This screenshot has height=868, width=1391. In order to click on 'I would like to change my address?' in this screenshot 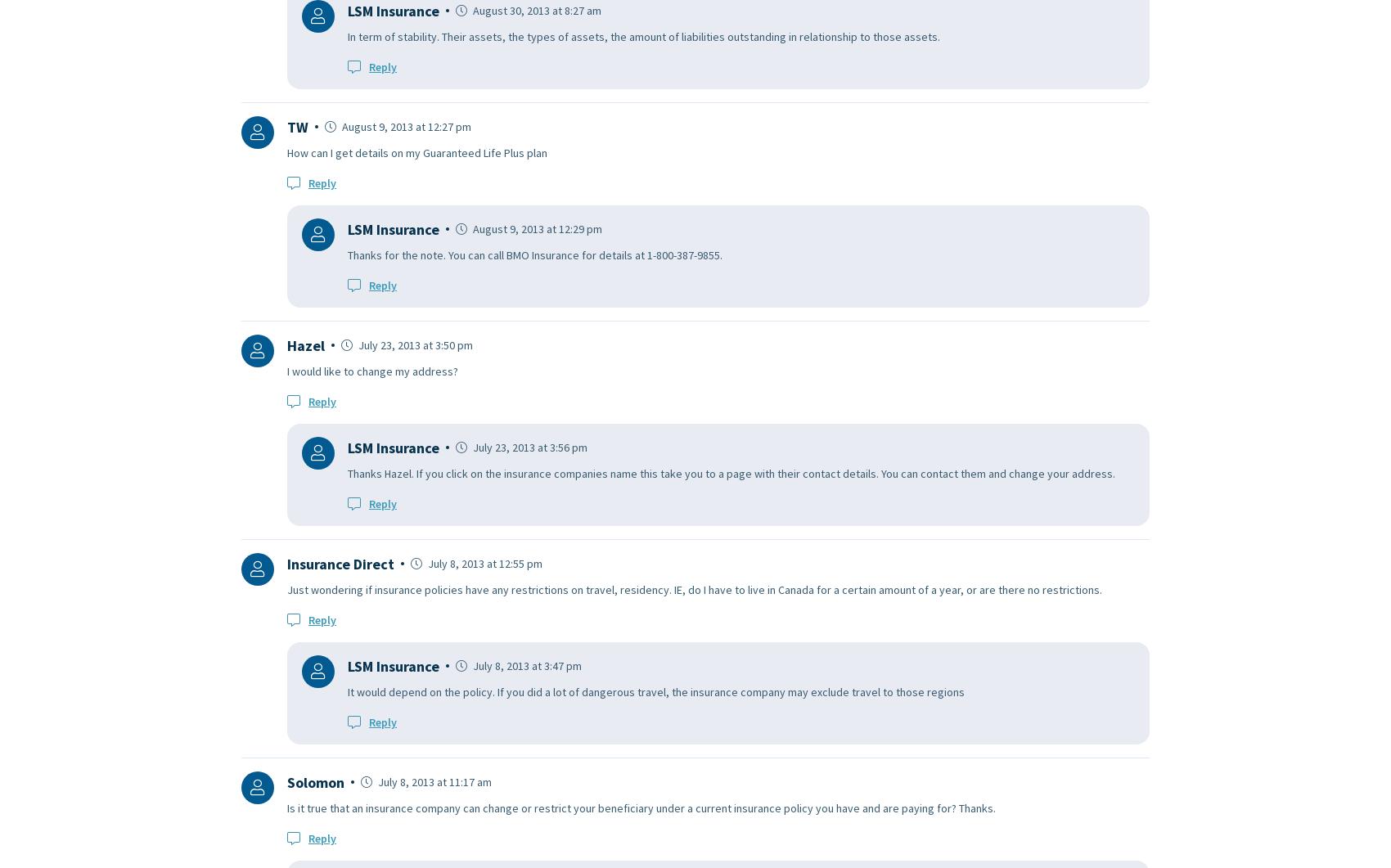, I will do `click(372, 371)`.